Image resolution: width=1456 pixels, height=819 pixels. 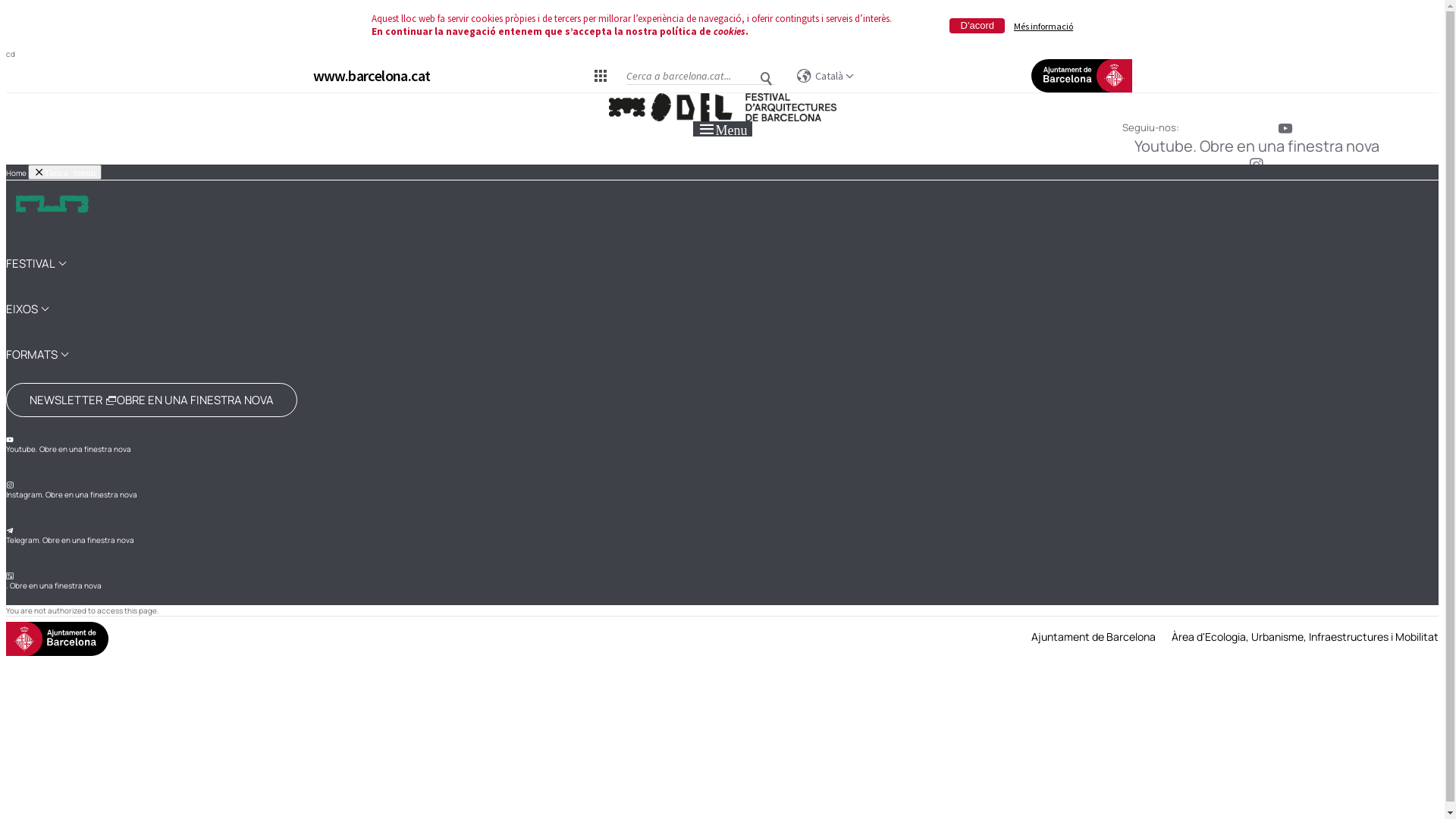 What do you see at coordinates (722, 127) in the screenshot?
I see `'Menu'` at bounding box center [722, 127].